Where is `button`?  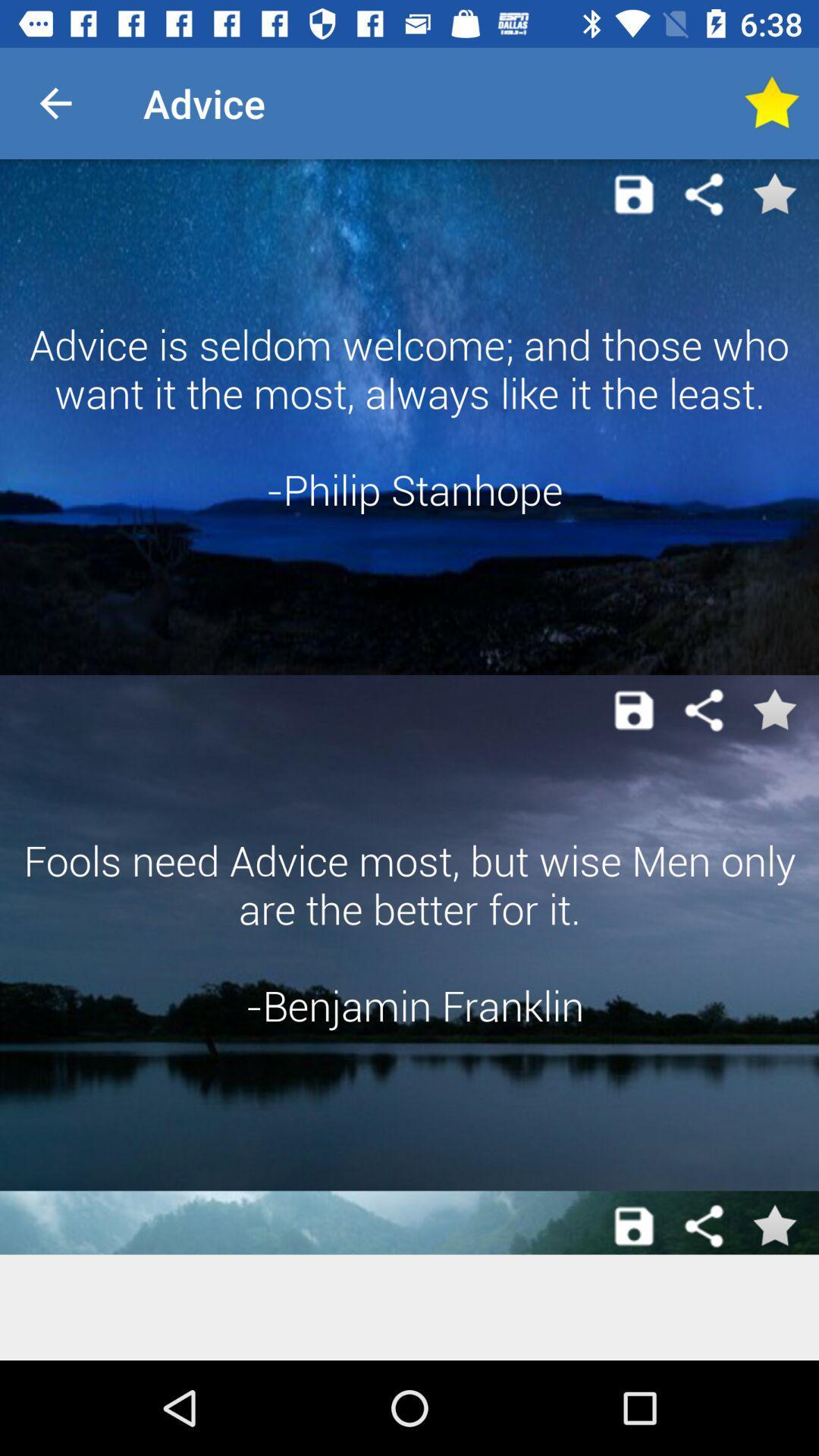
button is located at coordinates (634, 1226).